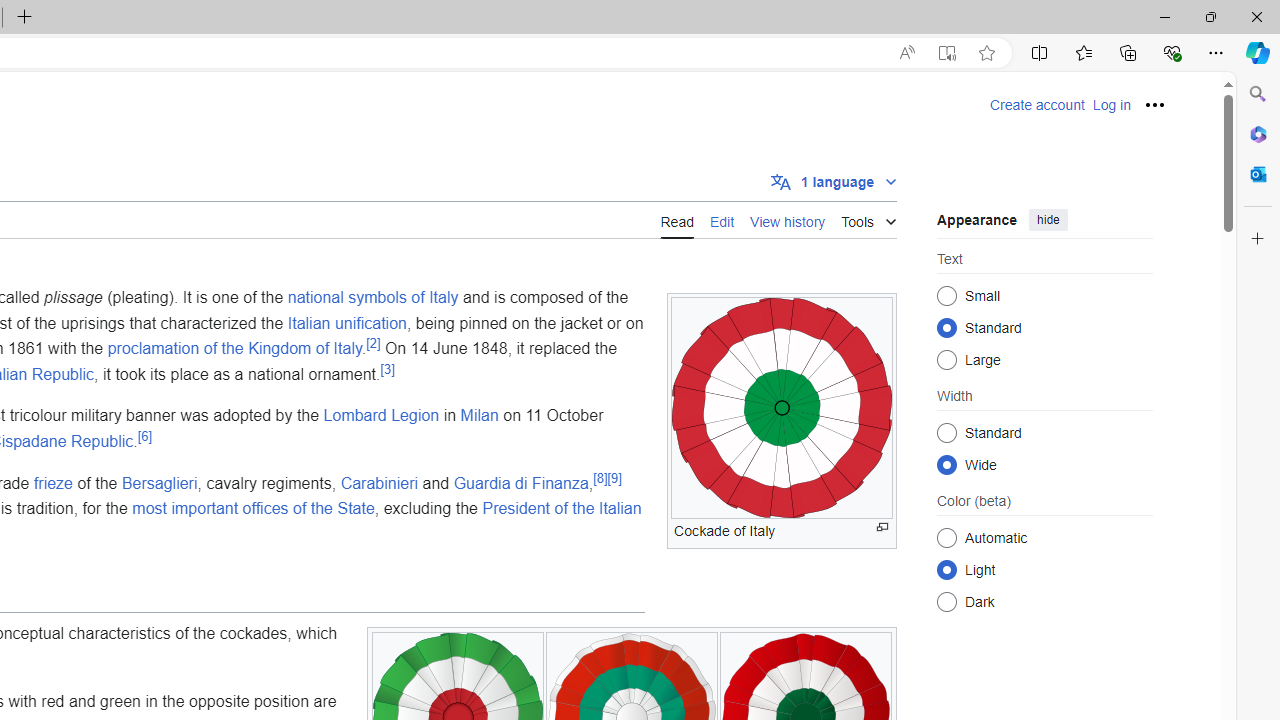  What do you see at coordinates (986, 52) in the screenshot?
I see `'Add this page to favorites (Ctrl+D)'` at bounding box center [986, 52].